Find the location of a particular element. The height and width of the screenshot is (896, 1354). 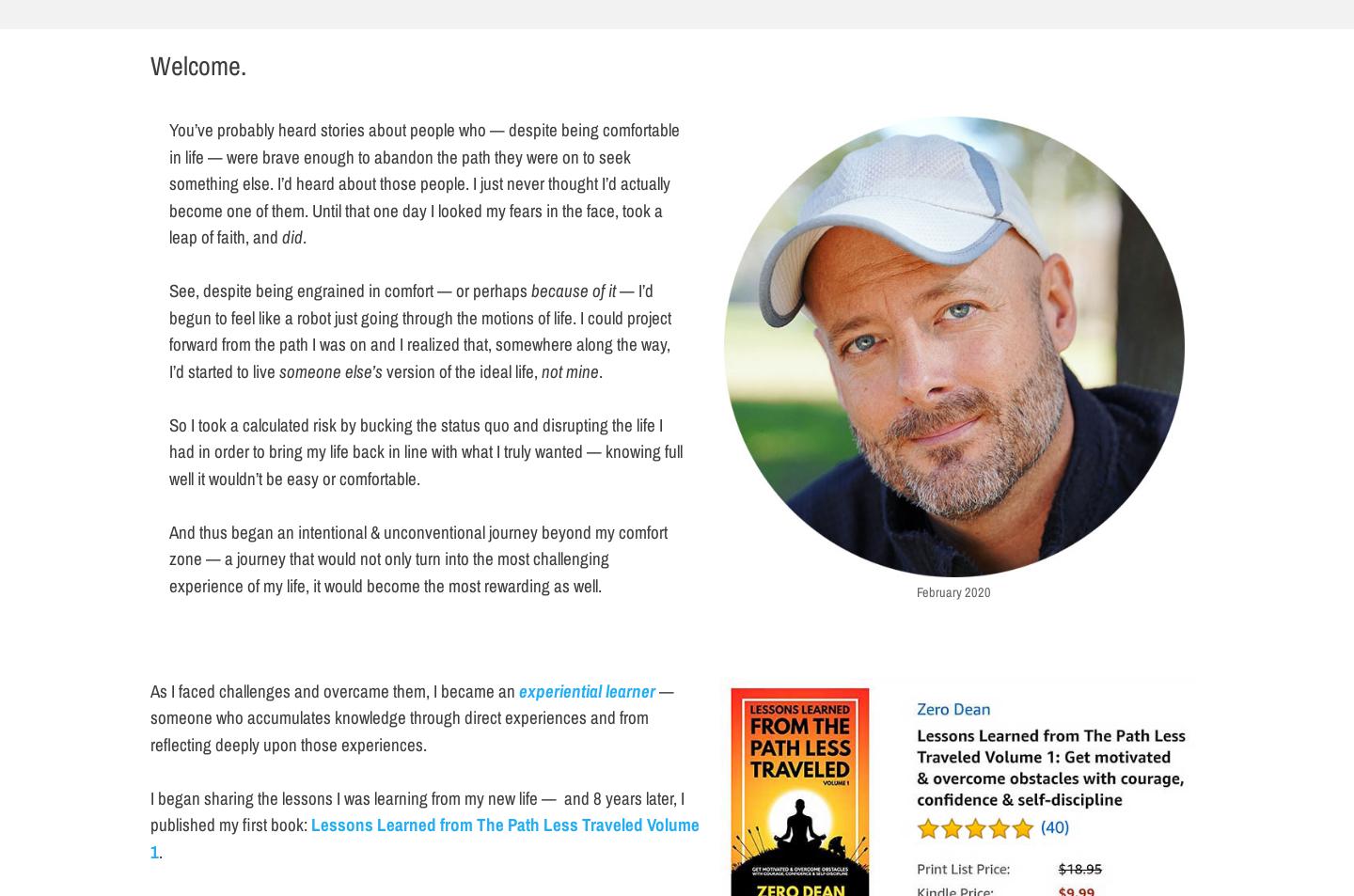

'February 2020' is located at coordinates (953, 590).